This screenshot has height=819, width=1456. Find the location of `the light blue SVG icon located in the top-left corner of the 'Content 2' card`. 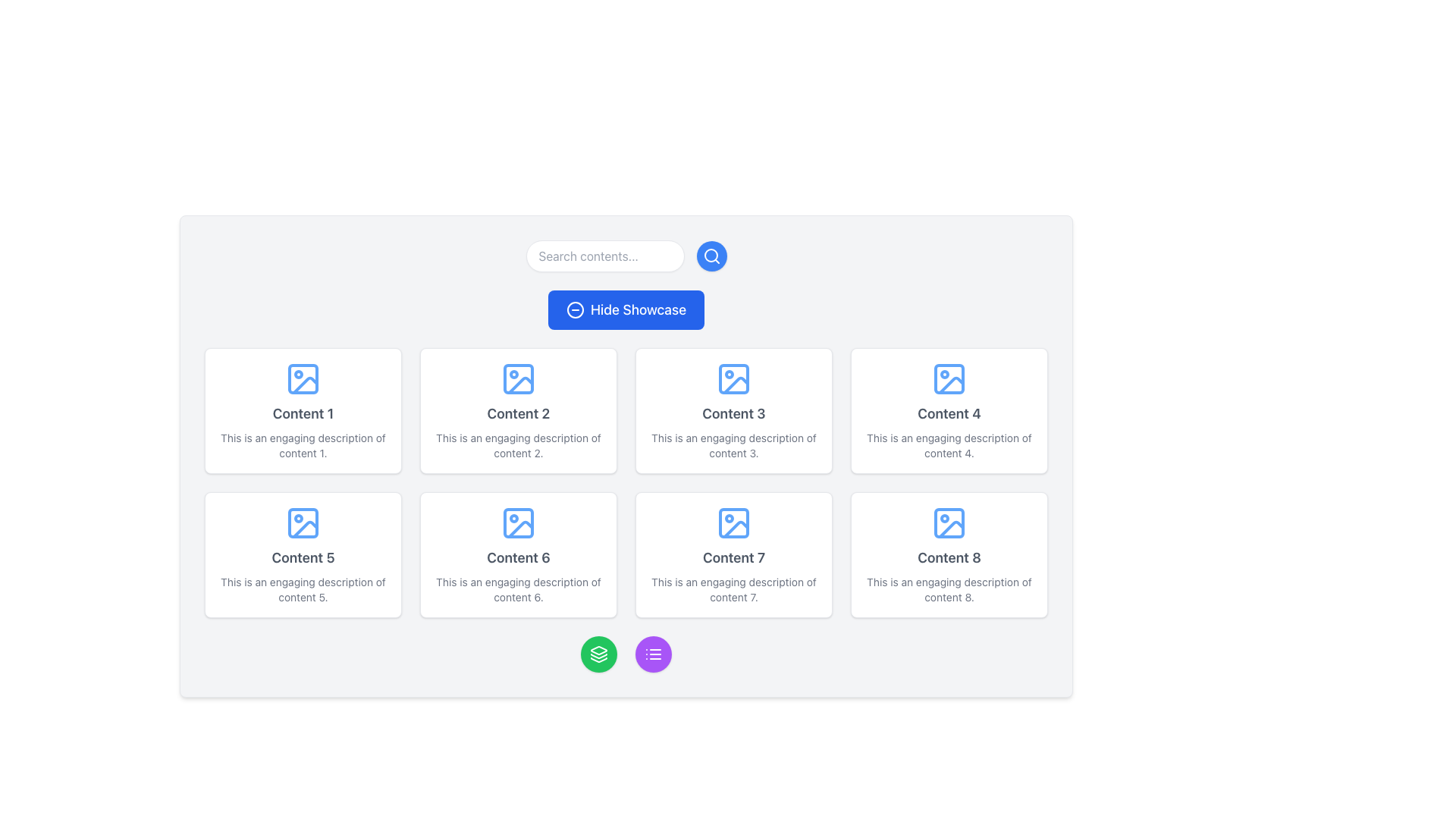

the light blue SVG icon located in the top-left corner of the 'Content 2' card is located at coordinates (519, 378).